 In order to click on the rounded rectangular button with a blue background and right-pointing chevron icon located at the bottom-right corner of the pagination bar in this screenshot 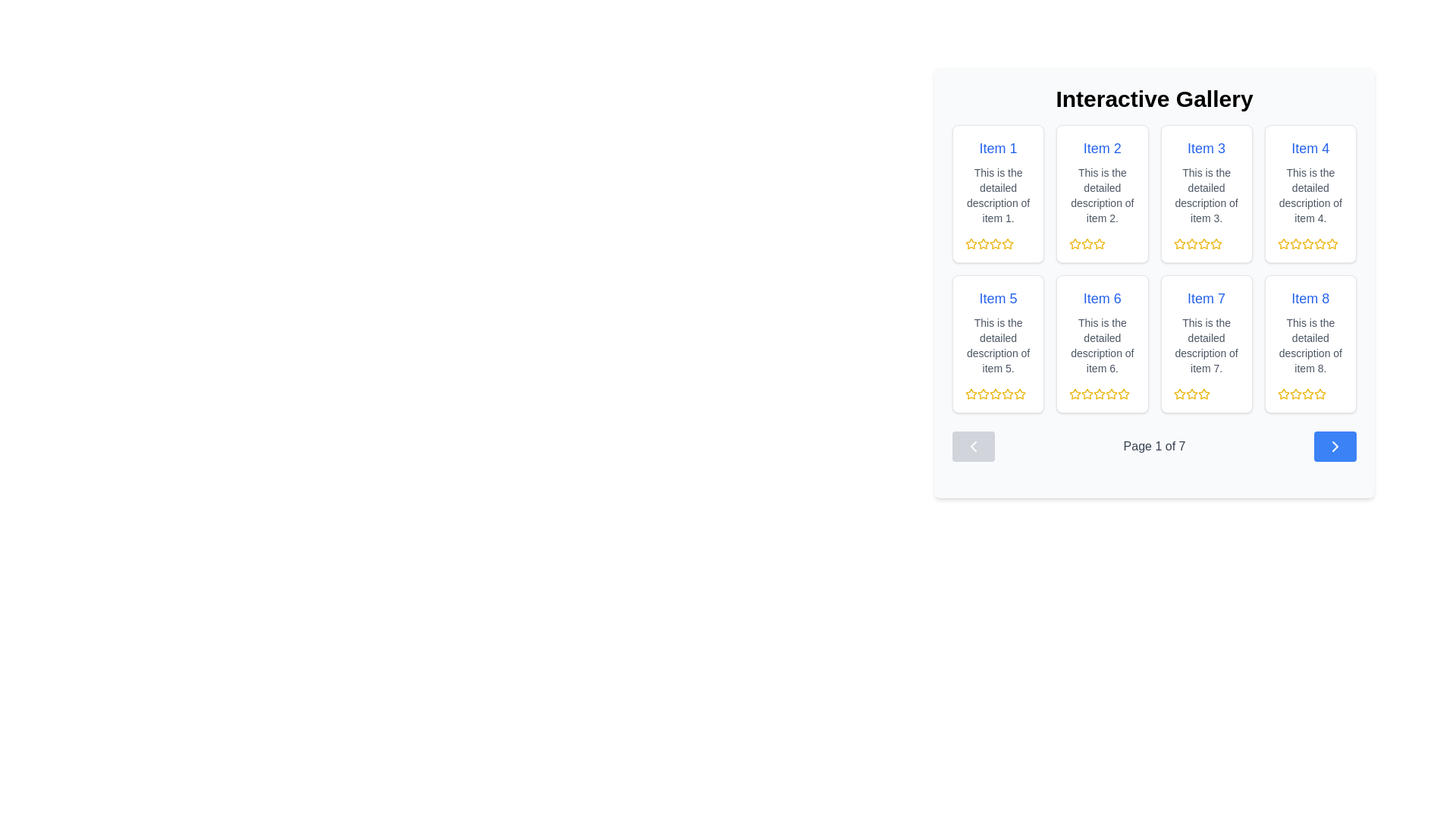, I will do `click(1335, 446)`.